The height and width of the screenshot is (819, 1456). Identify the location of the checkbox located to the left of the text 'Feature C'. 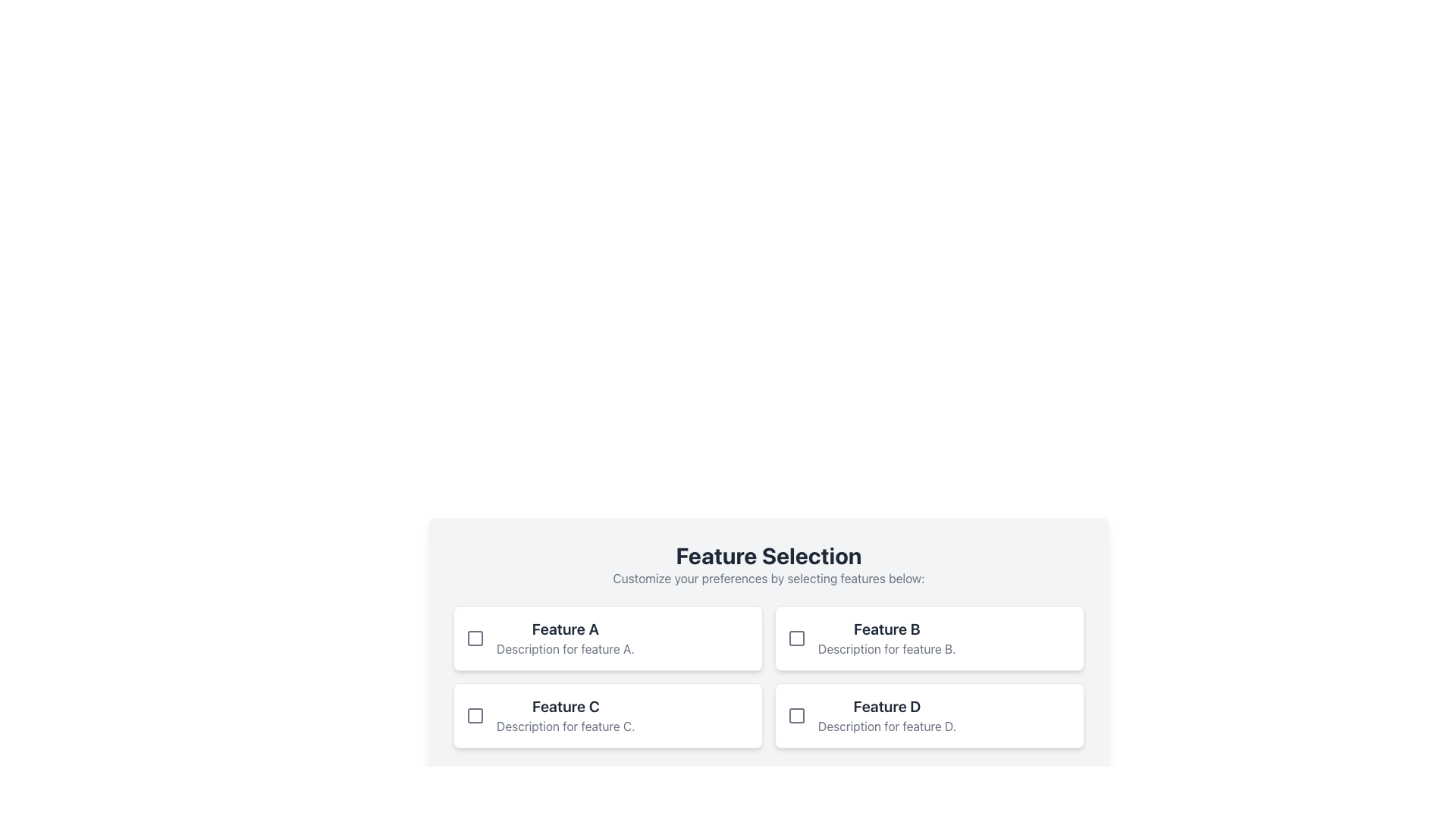
(475, 716).